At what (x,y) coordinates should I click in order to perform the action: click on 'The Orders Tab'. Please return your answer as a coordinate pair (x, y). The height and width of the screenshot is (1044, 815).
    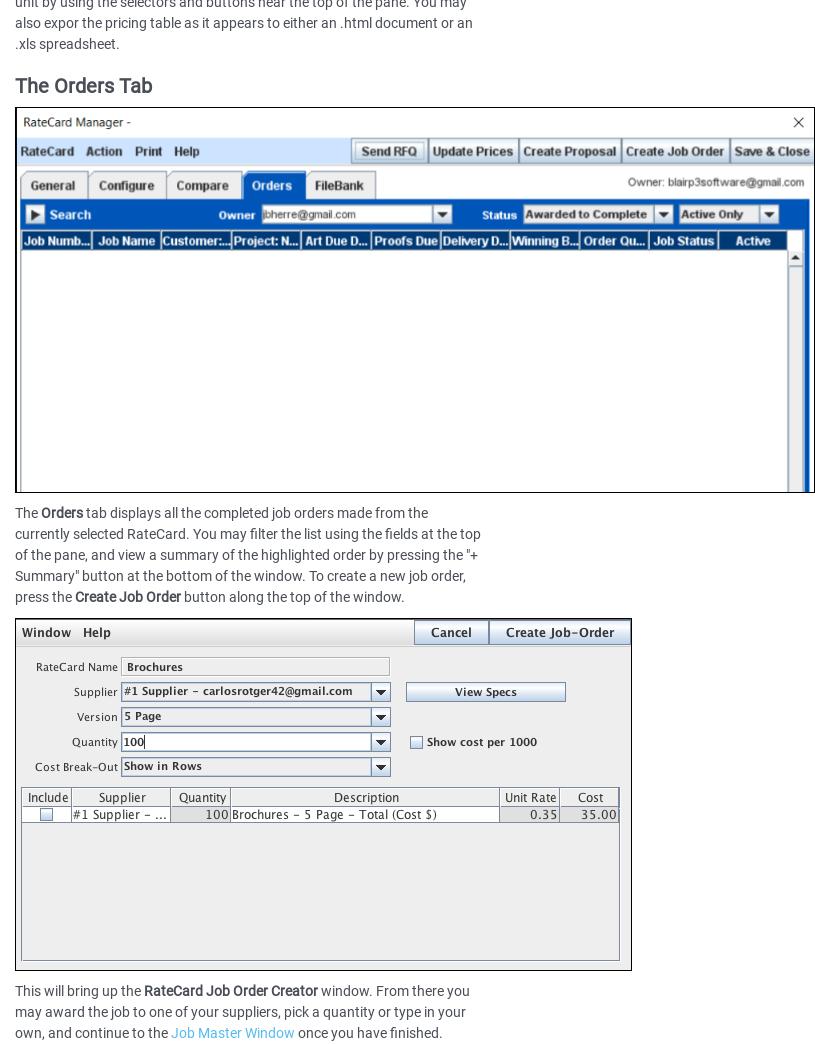
    Looking at the image, I should click on (82, 86).